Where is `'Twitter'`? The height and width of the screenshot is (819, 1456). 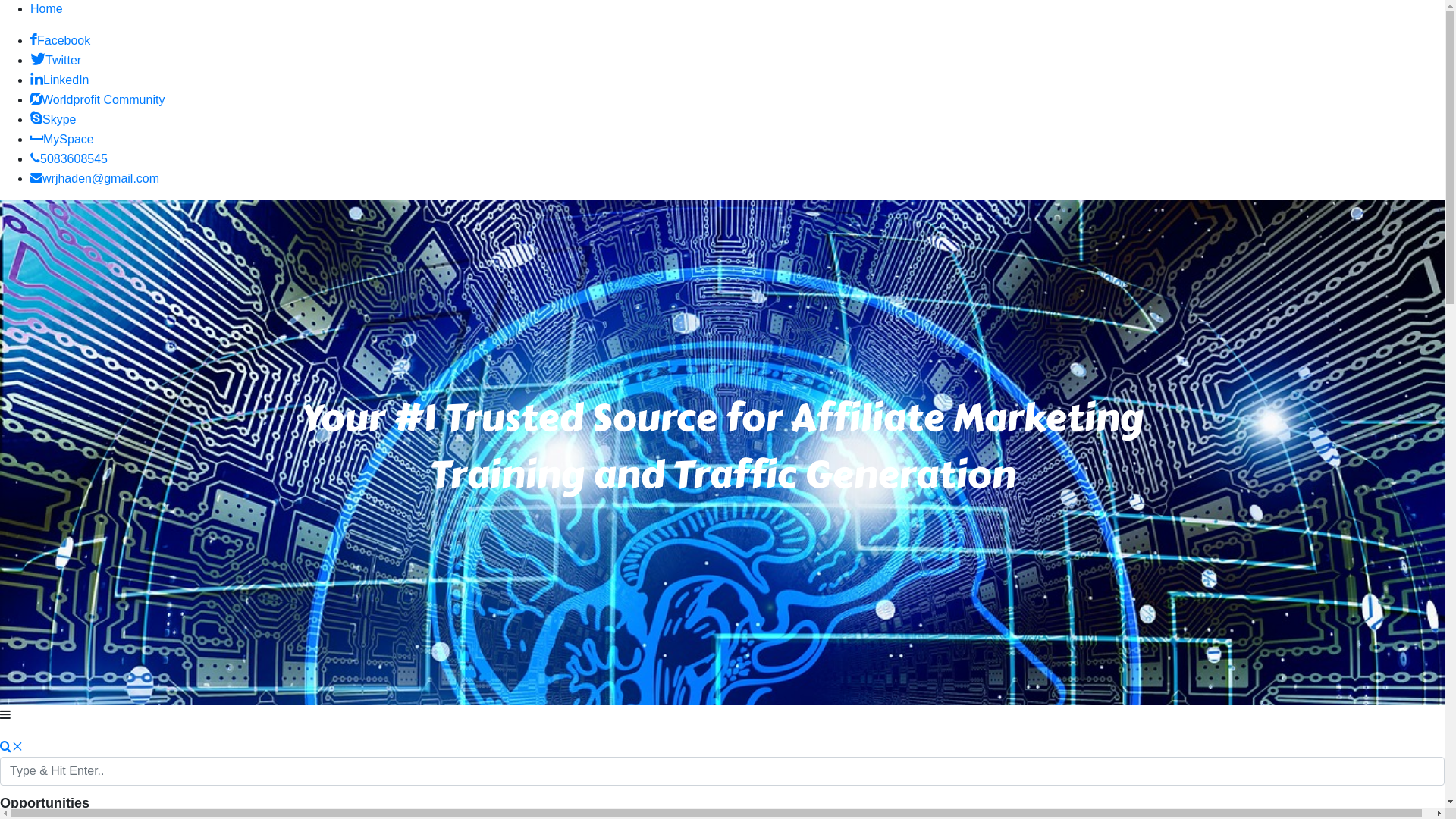
'Twitter' is located at coordinates (55, 59).